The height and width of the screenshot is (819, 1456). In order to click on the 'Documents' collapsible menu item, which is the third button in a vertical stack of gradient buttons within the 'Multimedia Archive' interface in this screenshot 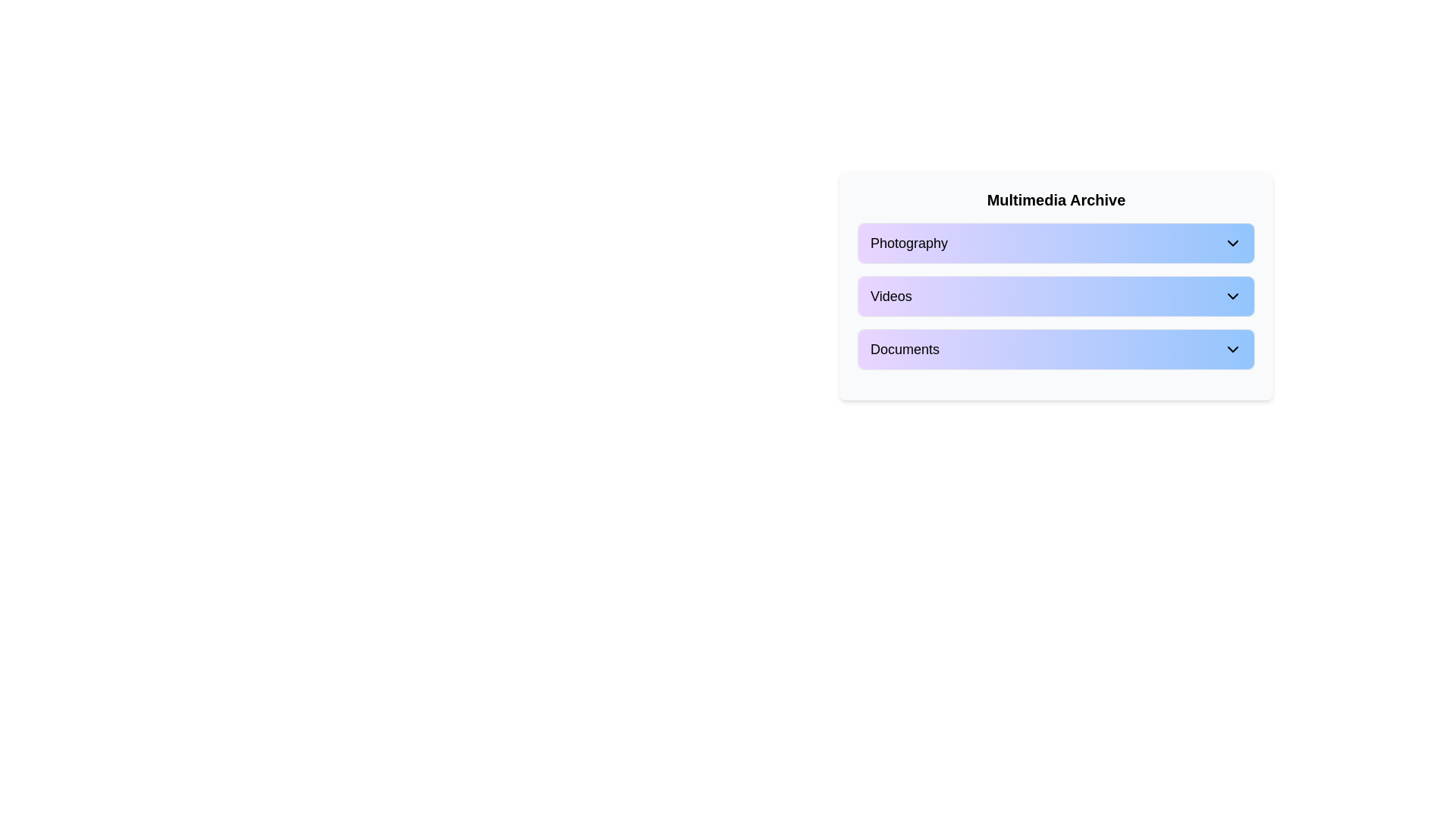, I will do `click(1055, 350)`.